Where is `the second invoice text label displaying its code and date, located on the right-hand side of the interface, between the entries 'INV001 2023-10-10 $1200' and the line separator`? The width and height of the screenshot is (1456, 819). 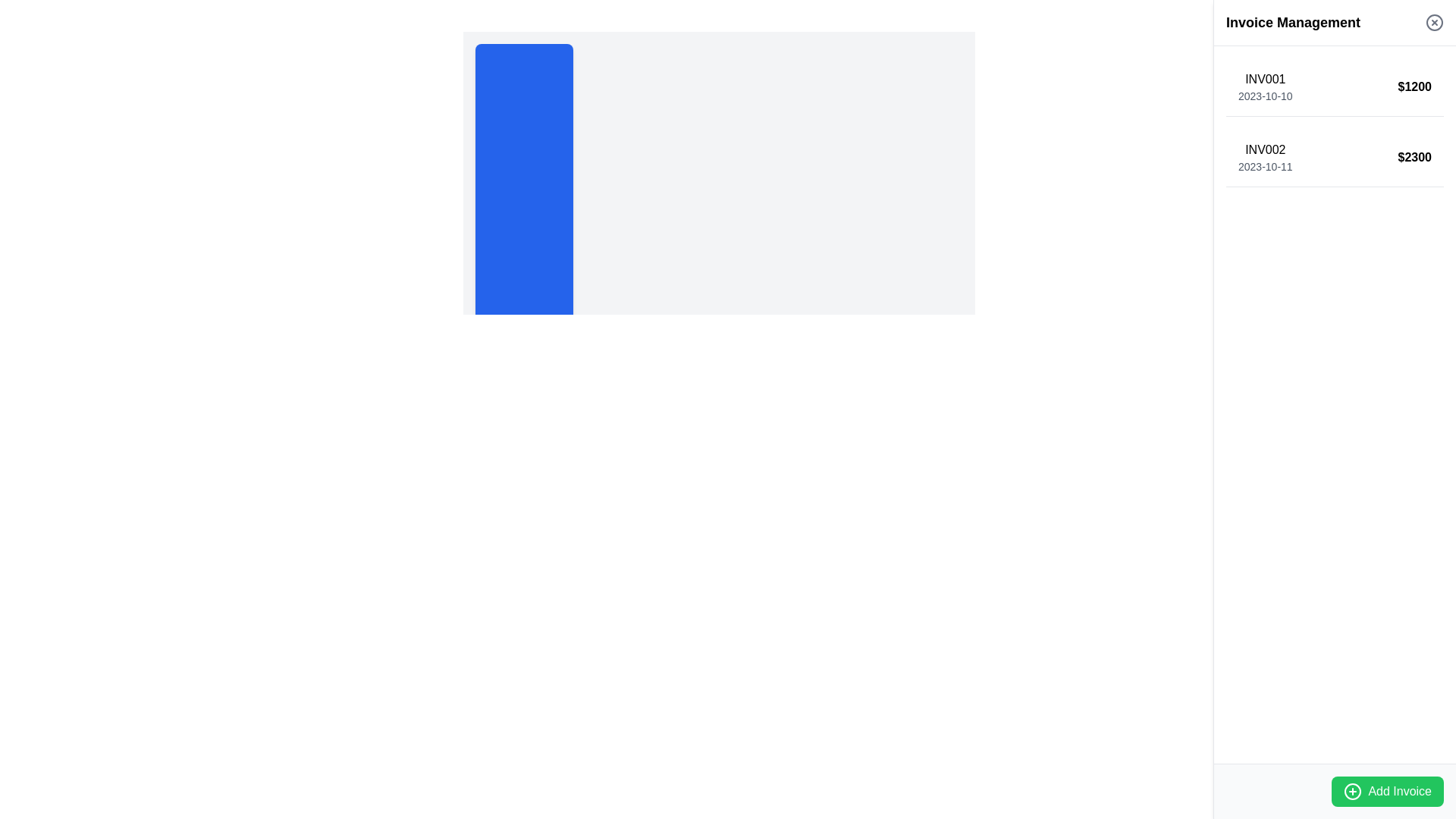
the second invoice text label displaying its code and date, located on the right-hand side of the interface, between the entries 'INV001 2023-10-10 $1200' and the line separator is located at coordinates (1265, 158).